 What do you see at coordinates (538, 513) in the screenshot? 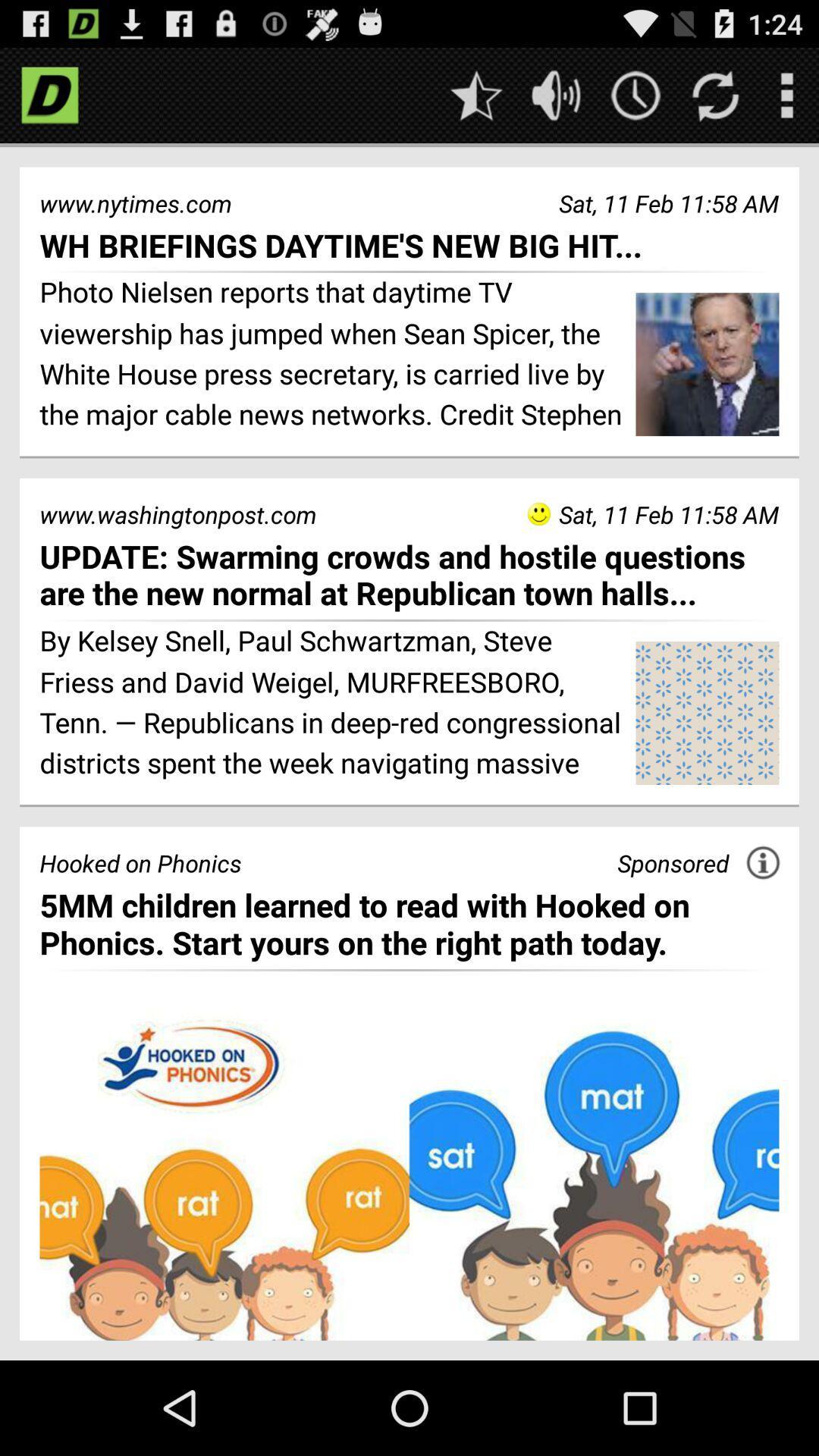
I see `item next to sat 11 feb icon` at bounding box center [538, 513].